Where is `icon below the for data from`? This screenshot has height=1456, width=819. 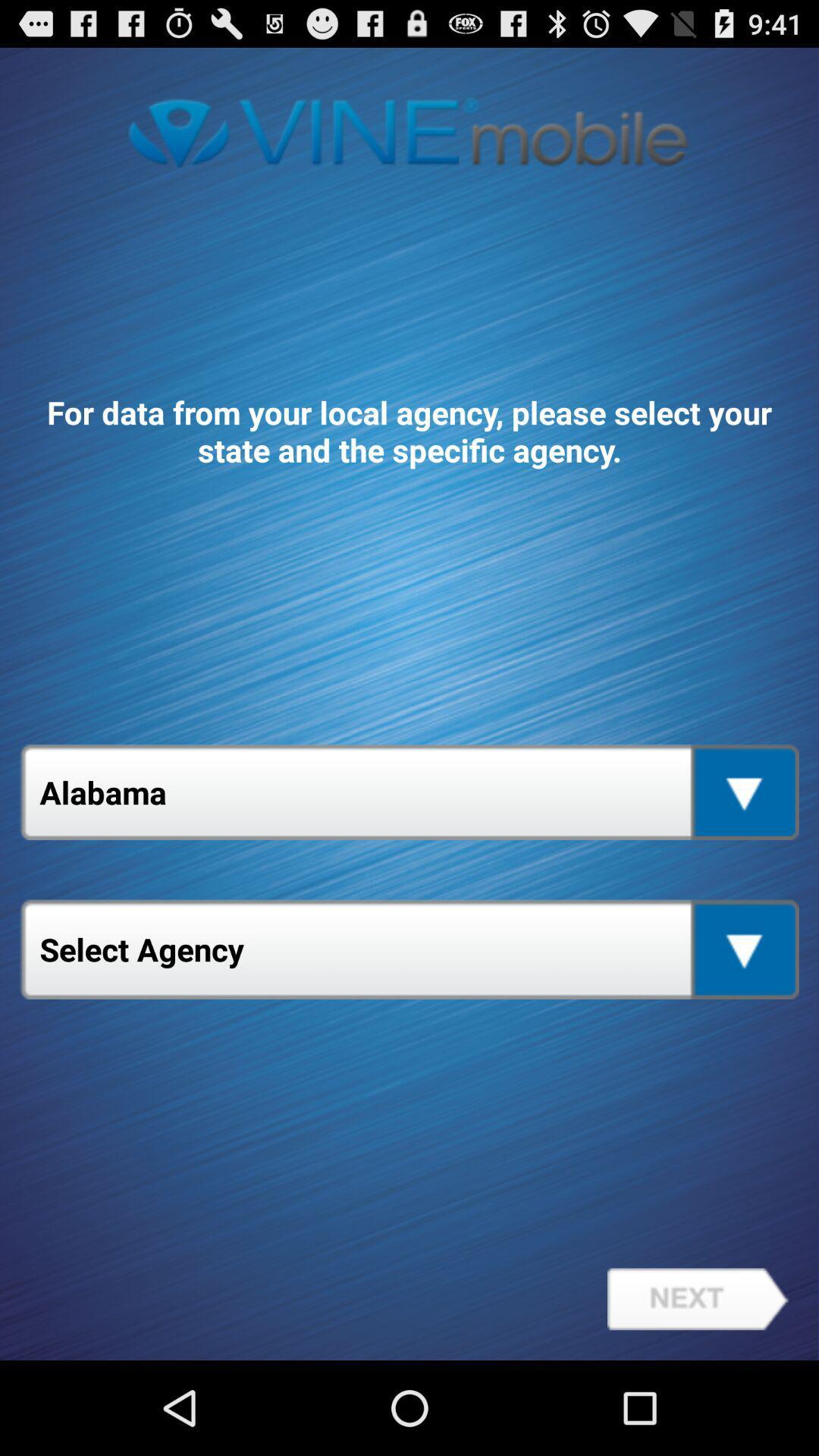 icon below the for data from is located at coordinates (409, 791).